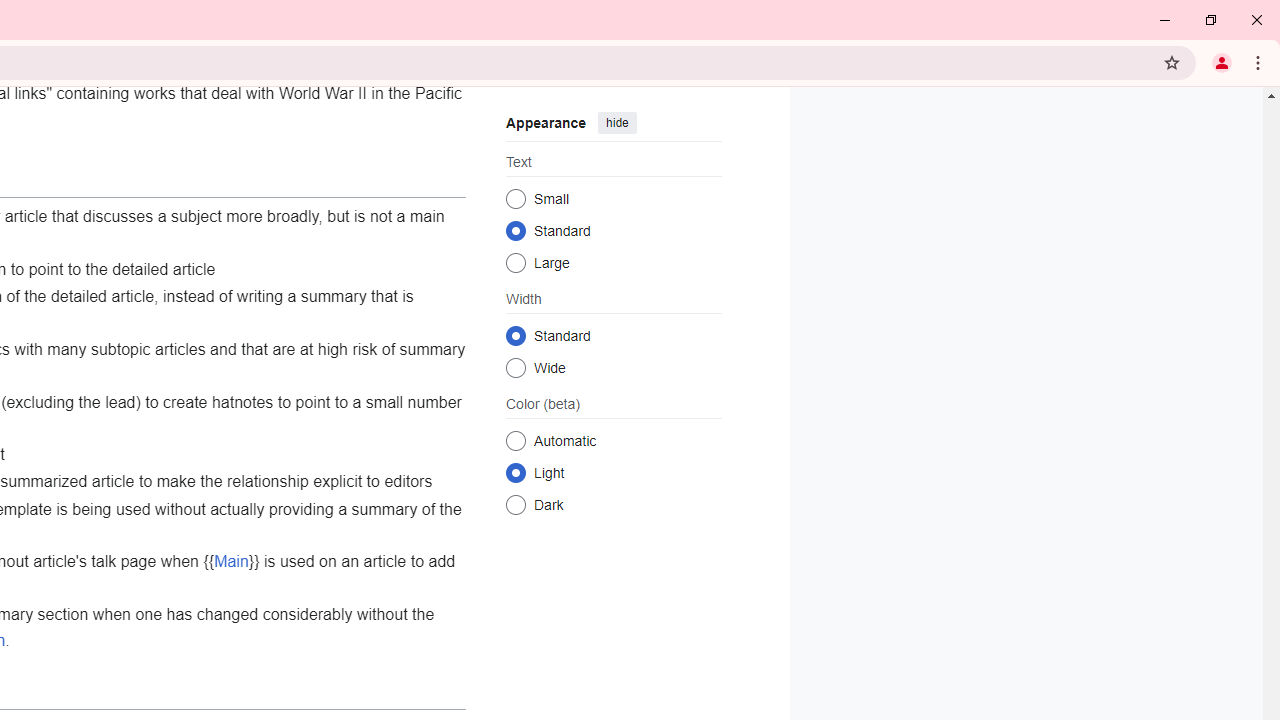 The width and height of the screenshot is (1280, 720). Describe the element at coordinates (515, 334) in the screenshot. I see `'Standard'` at that location.